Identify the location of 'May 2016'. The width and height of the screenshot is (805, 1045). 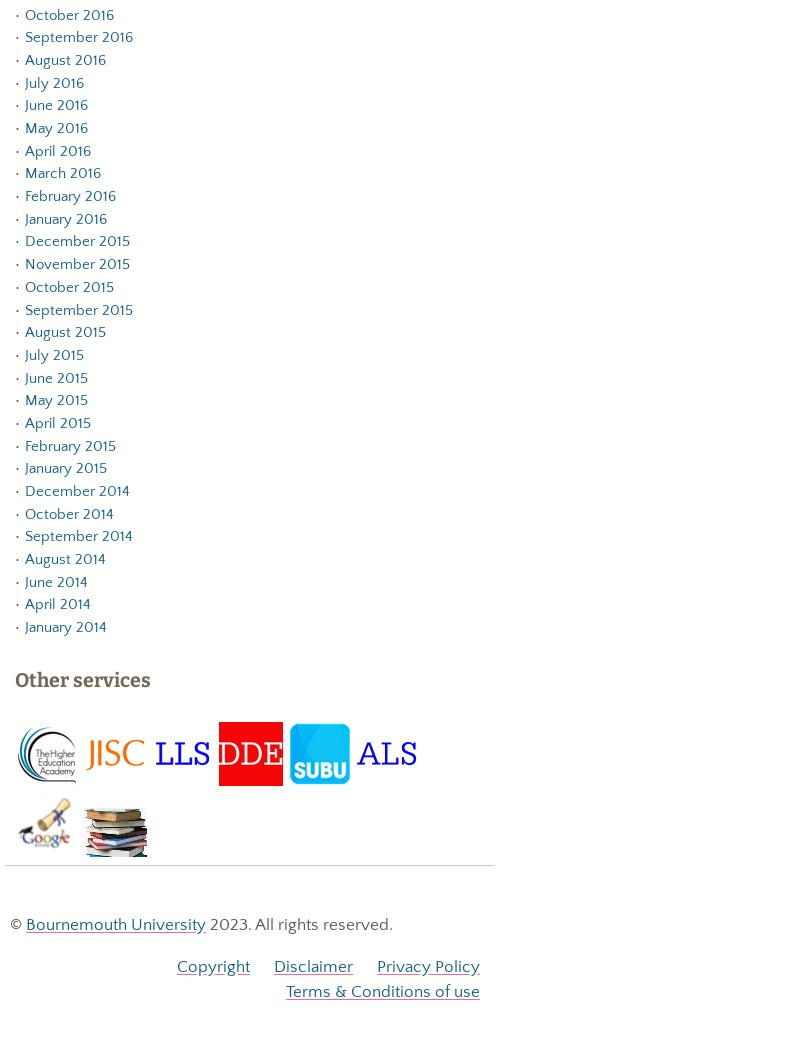
(25, 127).